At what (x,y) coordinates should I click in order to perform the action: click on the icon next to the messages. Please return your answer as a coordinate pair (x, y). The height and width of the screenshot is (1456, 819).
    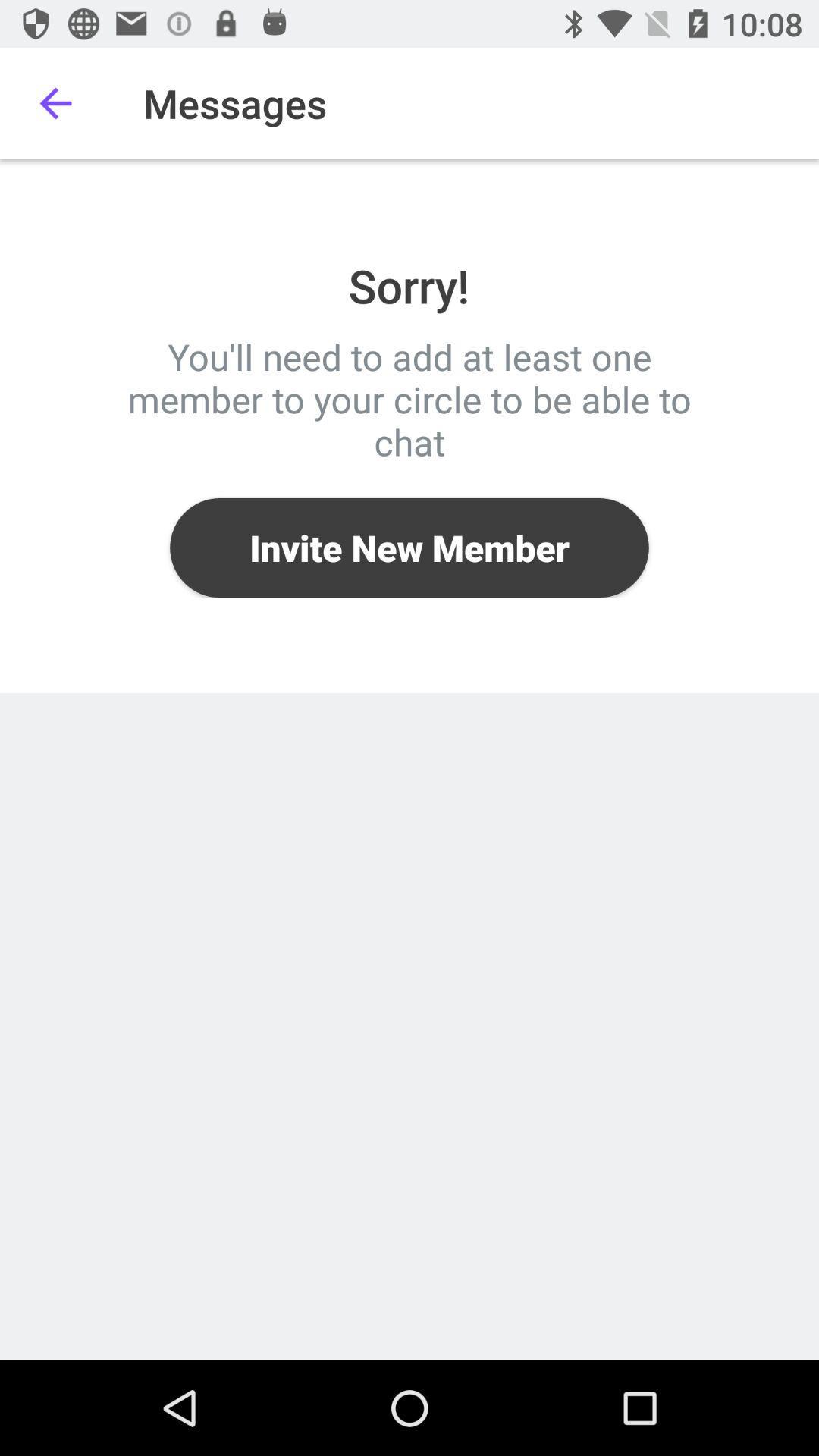
    Looking at the image, I should click on (55, 102).